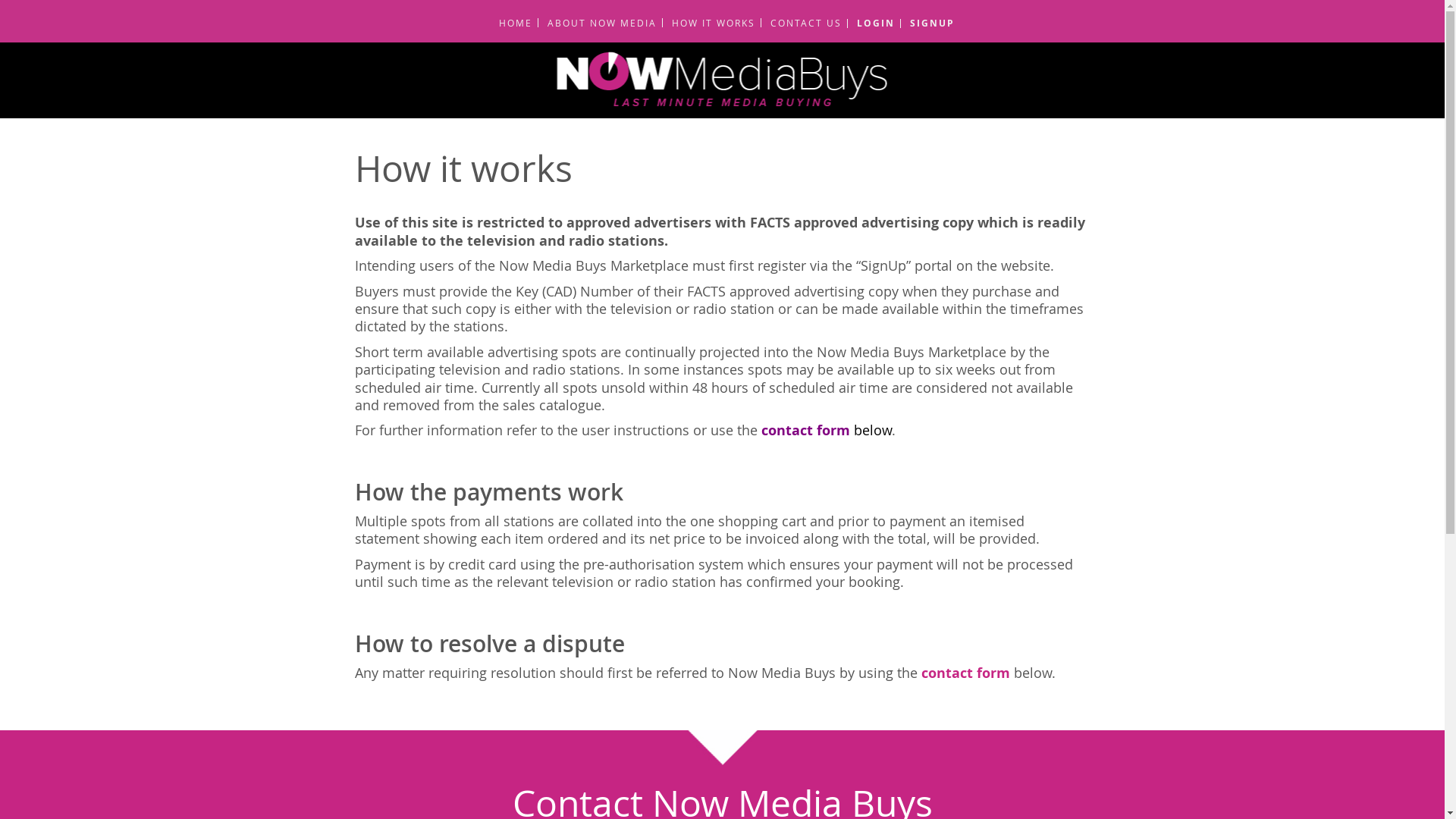 The width and height of the screenshot is (1456, 819). Describe the element at coordinates (510, 23) in the screenshot. I see `'HOME'` at that location.